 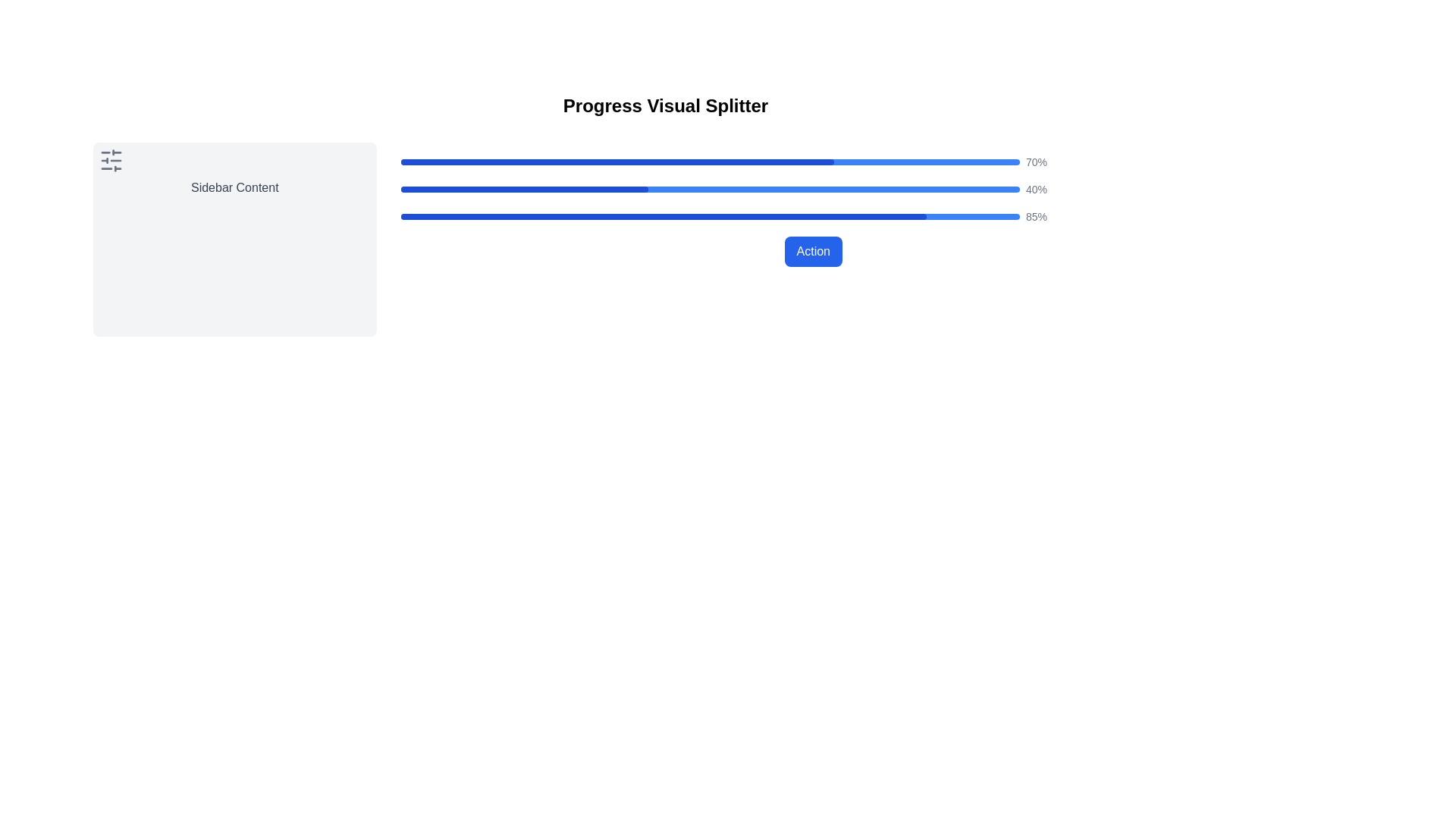 I want to click on the text label displaying '70%' in a small gray font, located to the right of the blue progress bar in the top row of progress bars, so click(x=1035, y=162).